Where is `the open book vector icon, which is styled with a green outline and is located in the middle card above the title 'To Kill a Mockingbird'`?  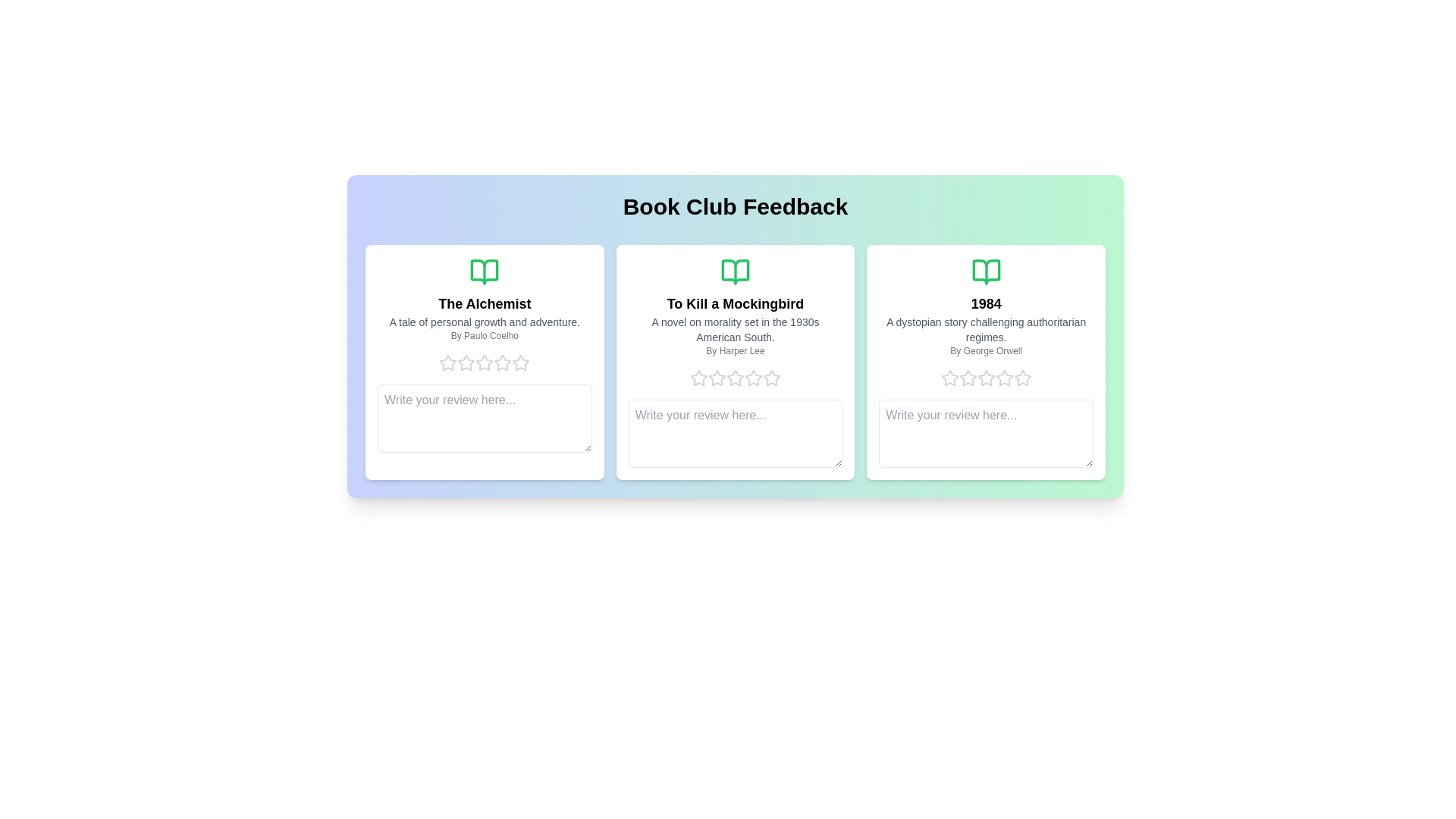 the open book vector icon, which is styled with a green outline and is located in the middle card above the title 'To Kill a Mockingbird' is located at coordinates (735, 271).